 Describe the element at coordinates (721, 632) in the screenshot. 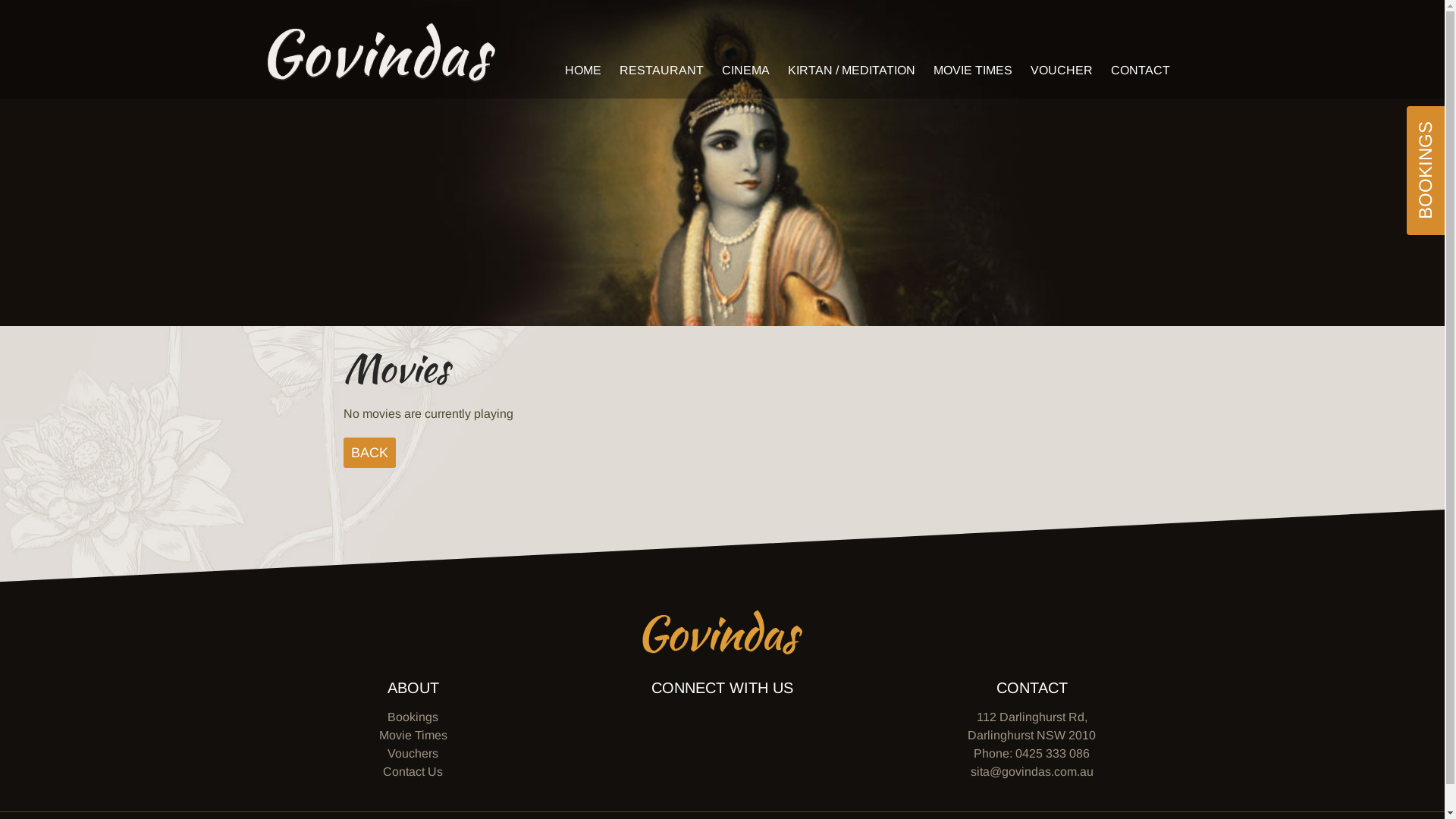

I see `'Govinda's'` at that location.